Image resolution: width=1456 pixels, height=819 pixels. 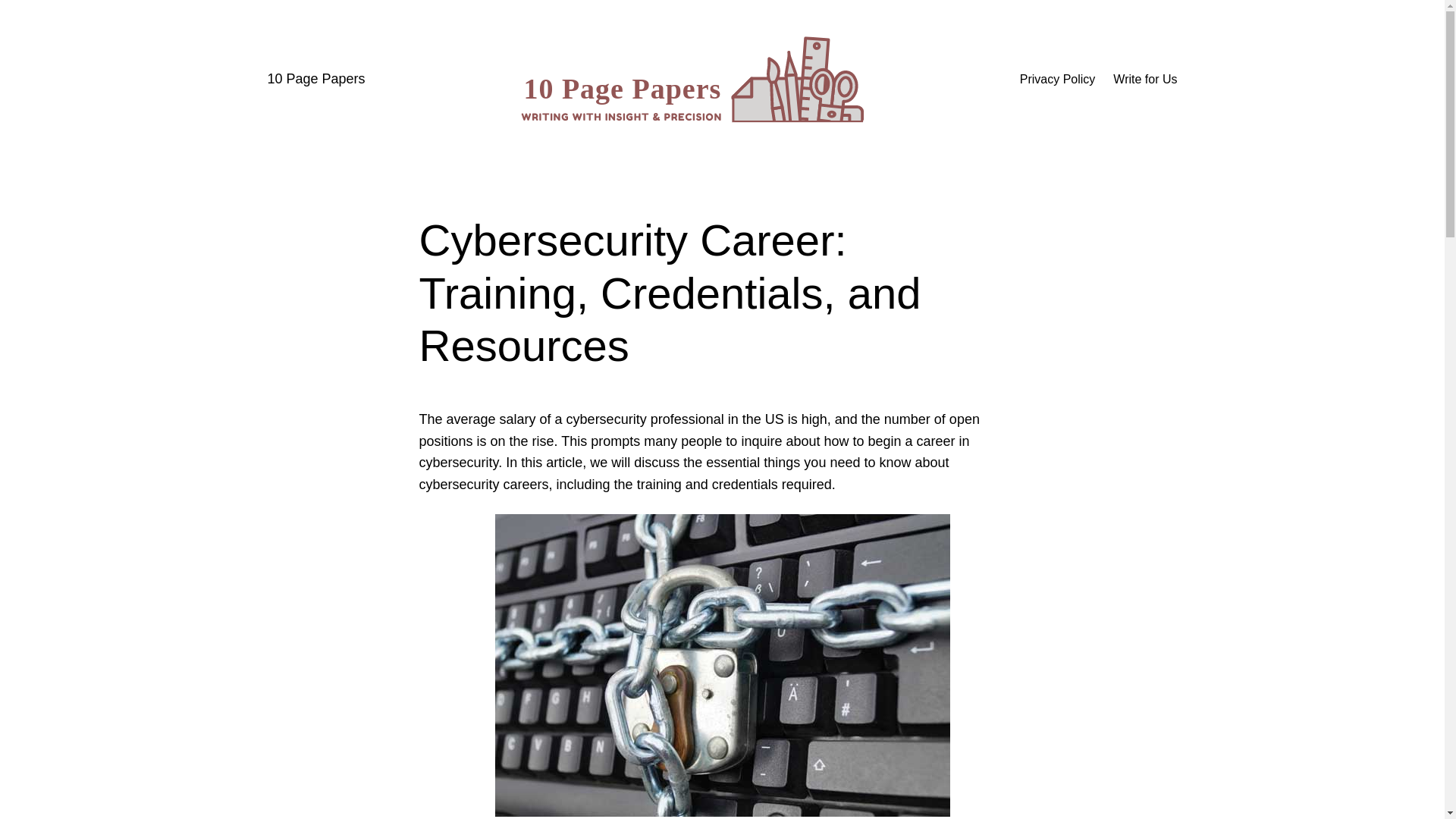 I want to click on 'Privacy Policy', so click(x=1057, y=79).